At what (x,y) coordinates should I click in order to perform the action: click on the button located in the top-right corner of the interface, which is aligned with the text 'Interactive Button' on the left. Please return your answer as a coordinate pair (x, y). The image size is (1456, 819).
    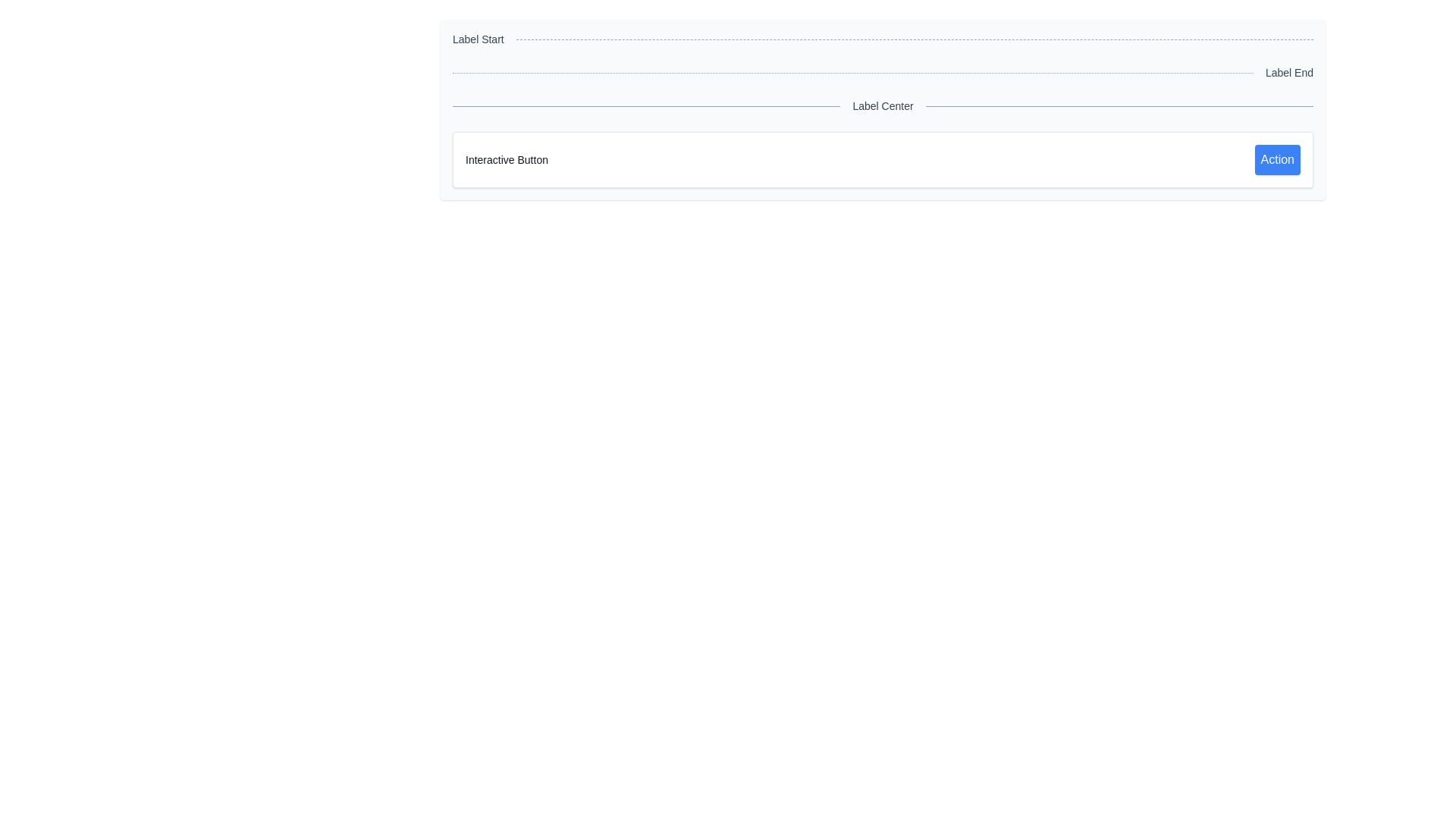
    Looking at the image, I should click on (1276, 160).